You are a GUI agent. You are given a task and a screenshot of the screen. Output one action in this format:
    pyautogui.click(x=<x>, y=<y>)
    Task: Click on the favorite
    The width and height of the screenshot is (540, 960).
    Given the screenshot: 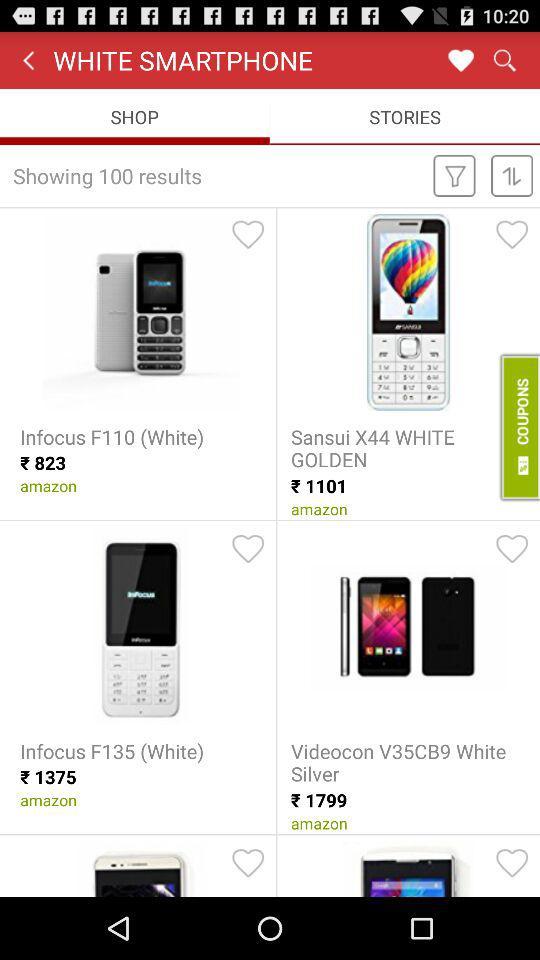 What is the action you would take?
    pyautogui.click(x=512, y=862)
    